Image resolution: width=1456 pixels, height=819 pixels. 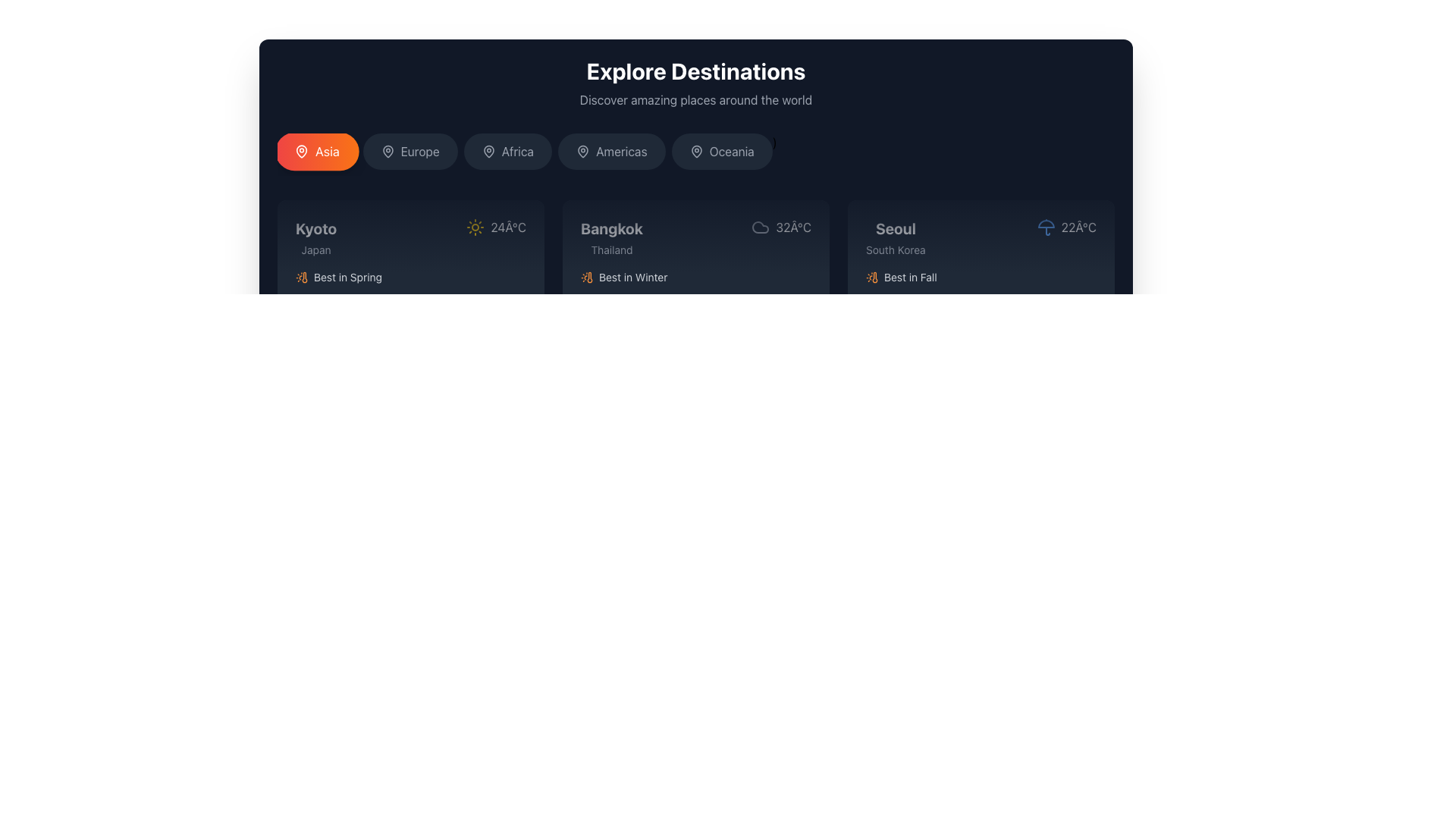 I want to click on text label indicating the country 'Thailand', which is positioned beneath the text 'Bangkok' in the middle card of the displayed interface, so click(x=611, y=249).